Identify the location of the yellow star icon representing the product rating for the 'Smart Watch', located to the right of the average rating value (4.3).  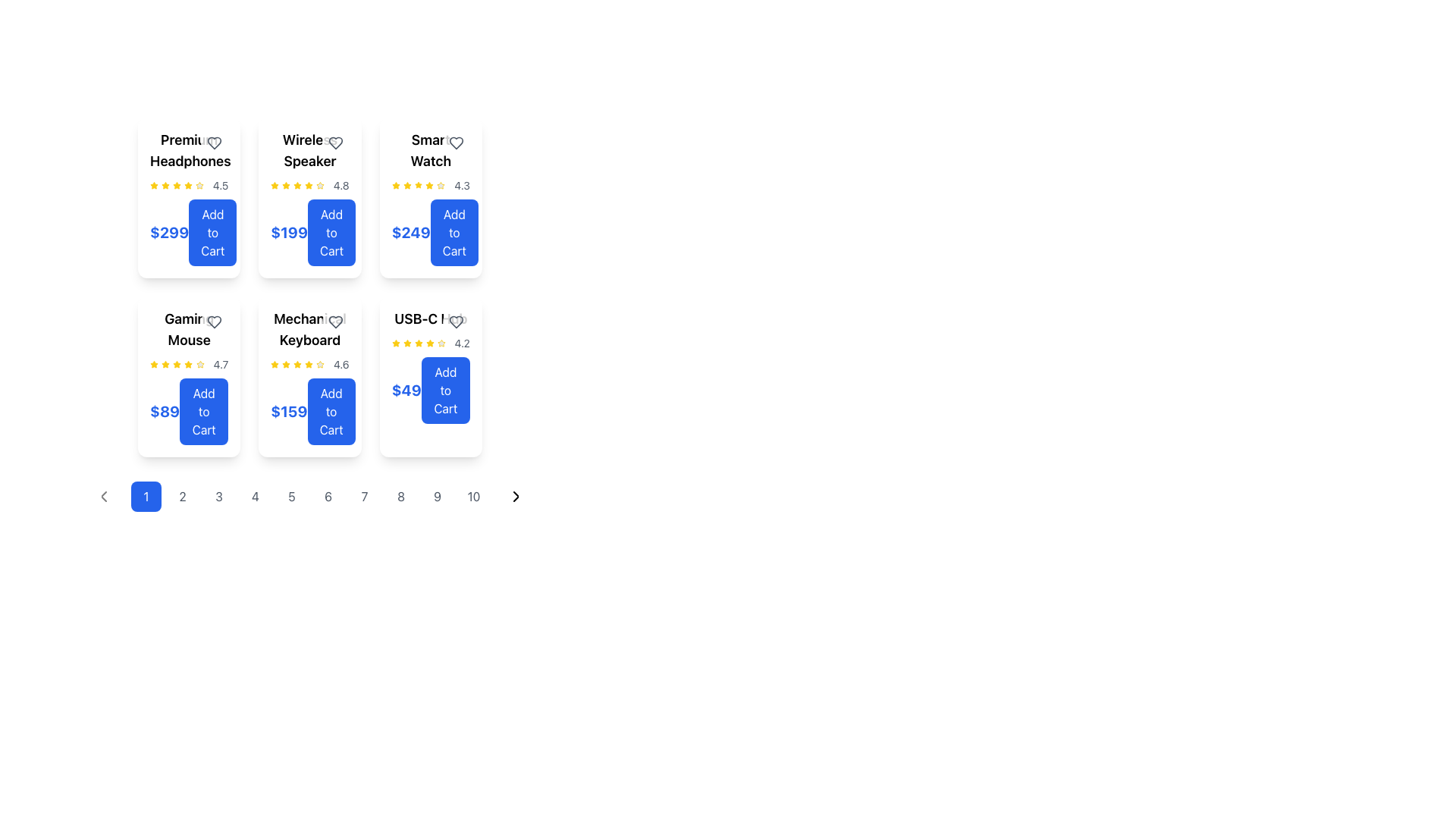
(440, 184).